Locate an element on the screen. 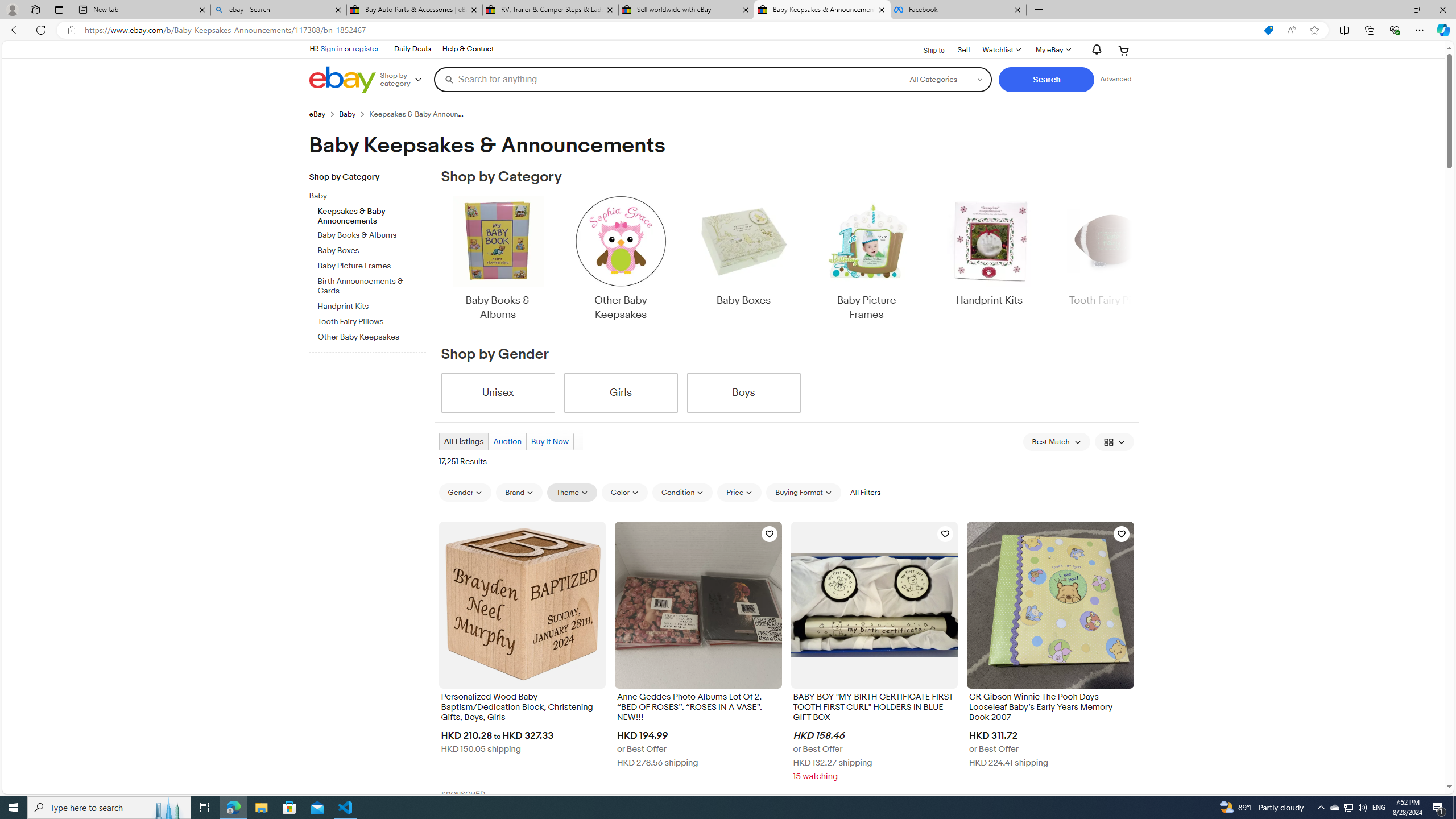  'Sell' is located at coordinates (963, 49).